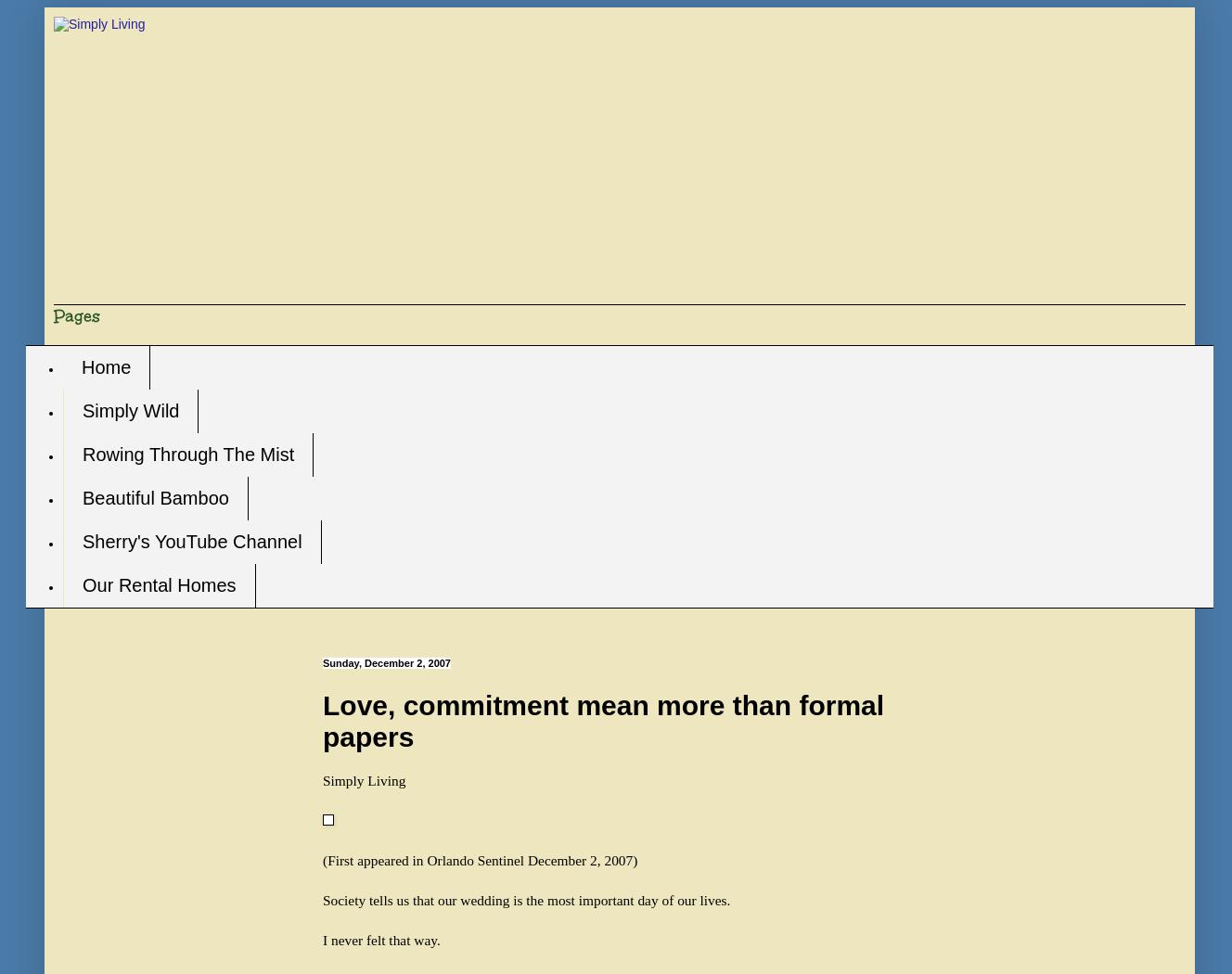 This screenshot has width=1232, height=974. What do you see at coordinates (159, 585) in the screenshot?
I see `'Our Rental Homes'` at bounding box center [159, 585].